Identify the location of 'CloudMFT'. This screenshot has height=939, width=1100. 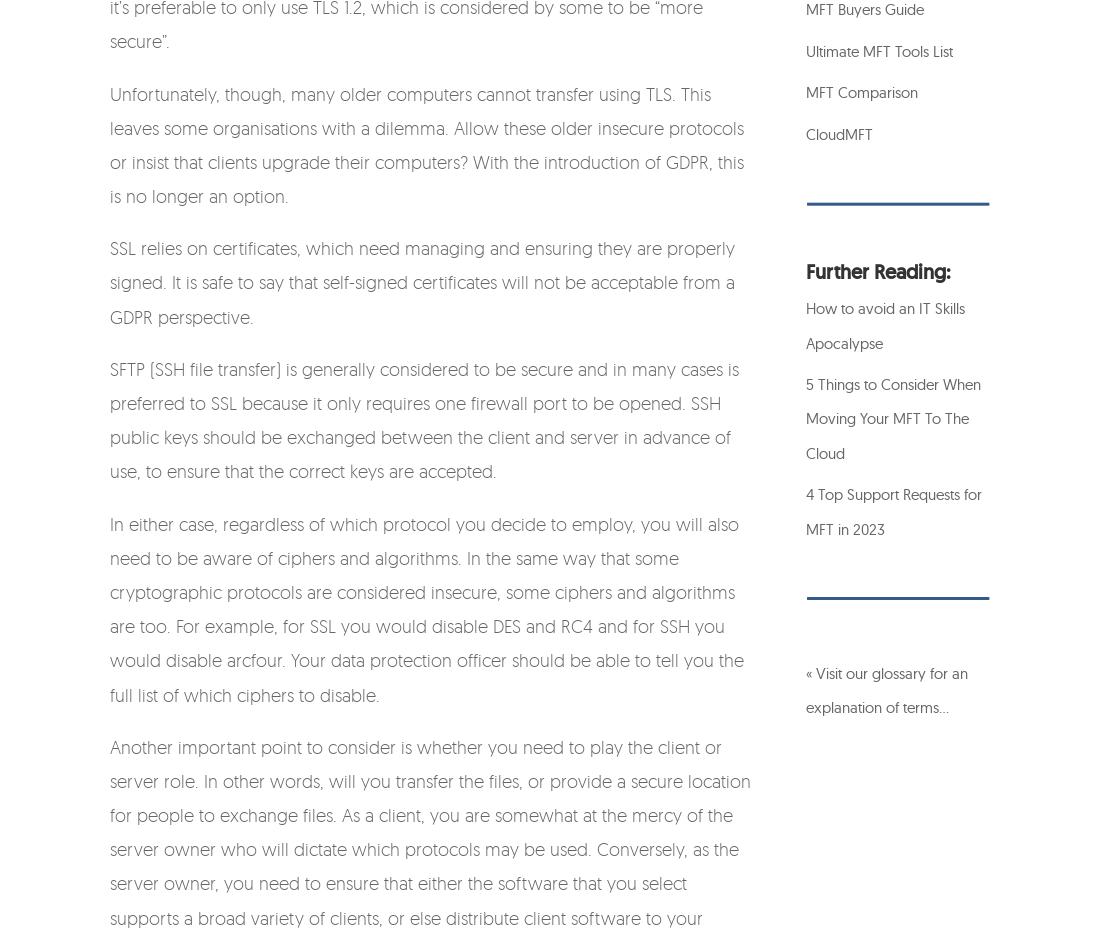
(838, 132).